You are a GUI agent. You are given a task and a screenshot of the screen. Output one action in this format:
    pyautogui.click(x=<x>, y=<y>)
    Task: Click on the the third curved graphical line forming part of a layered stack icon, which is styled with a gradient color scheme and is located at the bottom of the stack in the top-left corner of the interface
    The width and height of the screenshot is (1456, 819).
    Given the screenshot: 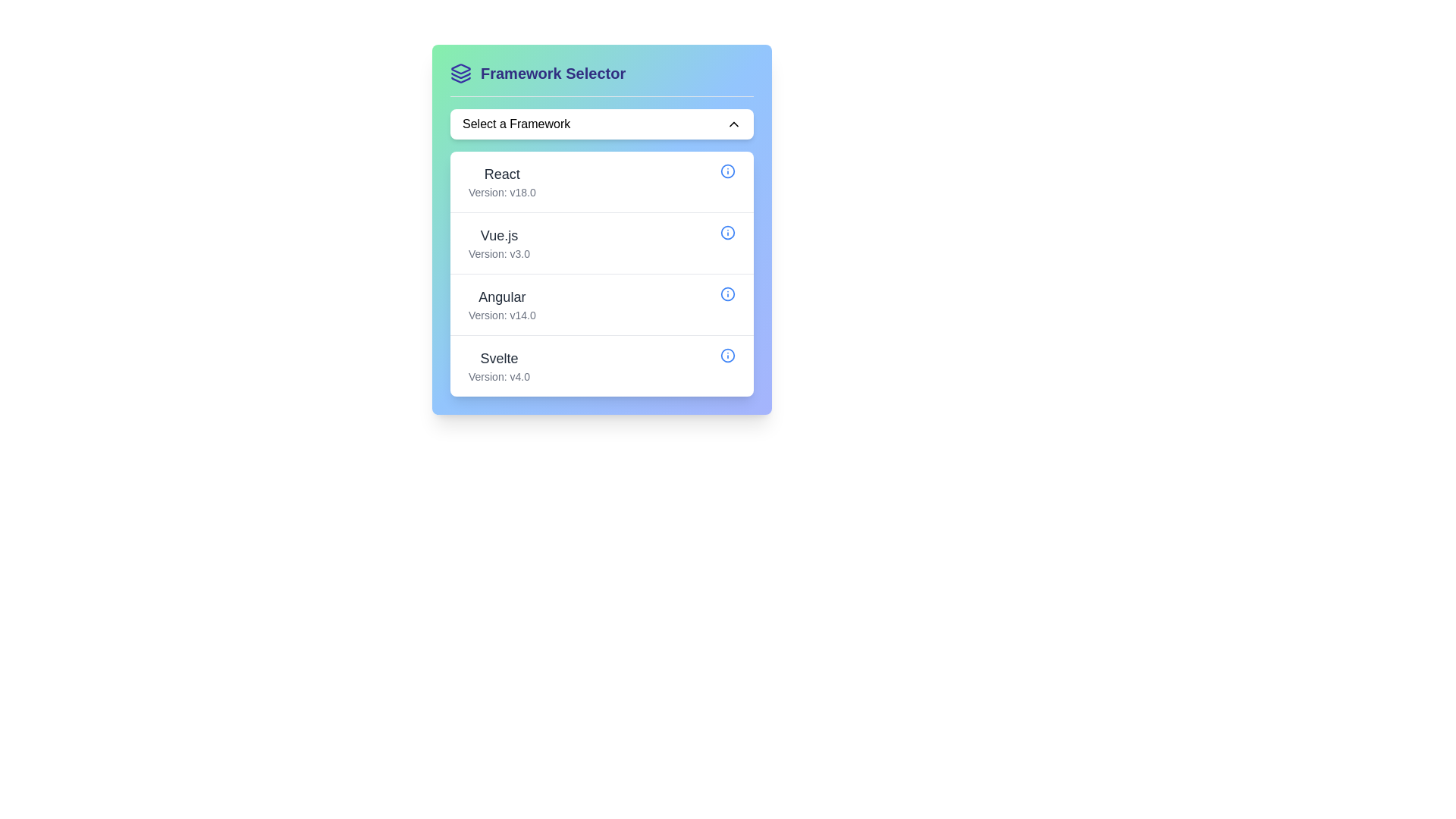 What is the action you would take?
    pyautogui.click(x=460, y=79)
    